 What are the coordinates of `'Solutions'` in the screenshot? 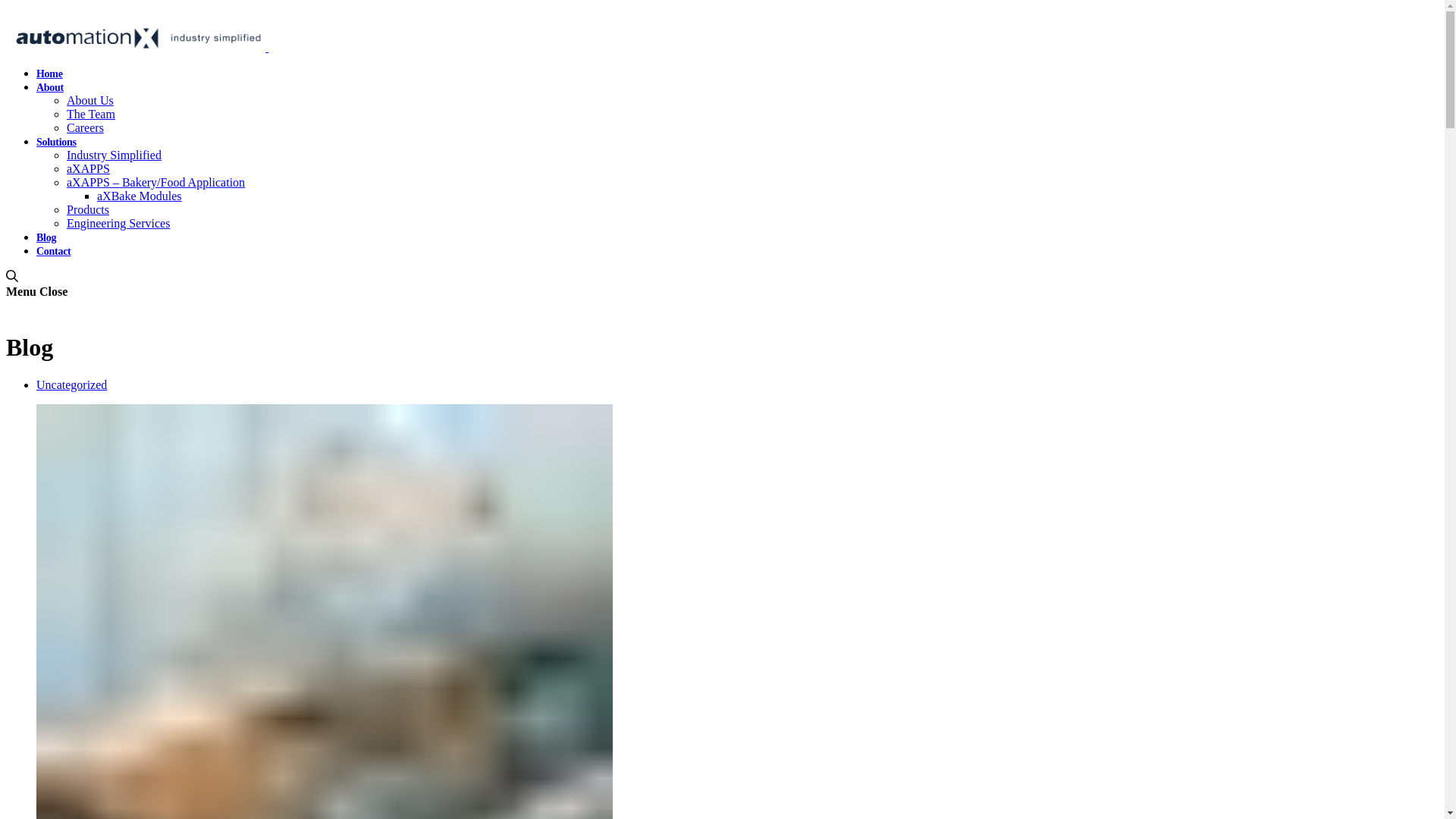 It's located at (36, 142).